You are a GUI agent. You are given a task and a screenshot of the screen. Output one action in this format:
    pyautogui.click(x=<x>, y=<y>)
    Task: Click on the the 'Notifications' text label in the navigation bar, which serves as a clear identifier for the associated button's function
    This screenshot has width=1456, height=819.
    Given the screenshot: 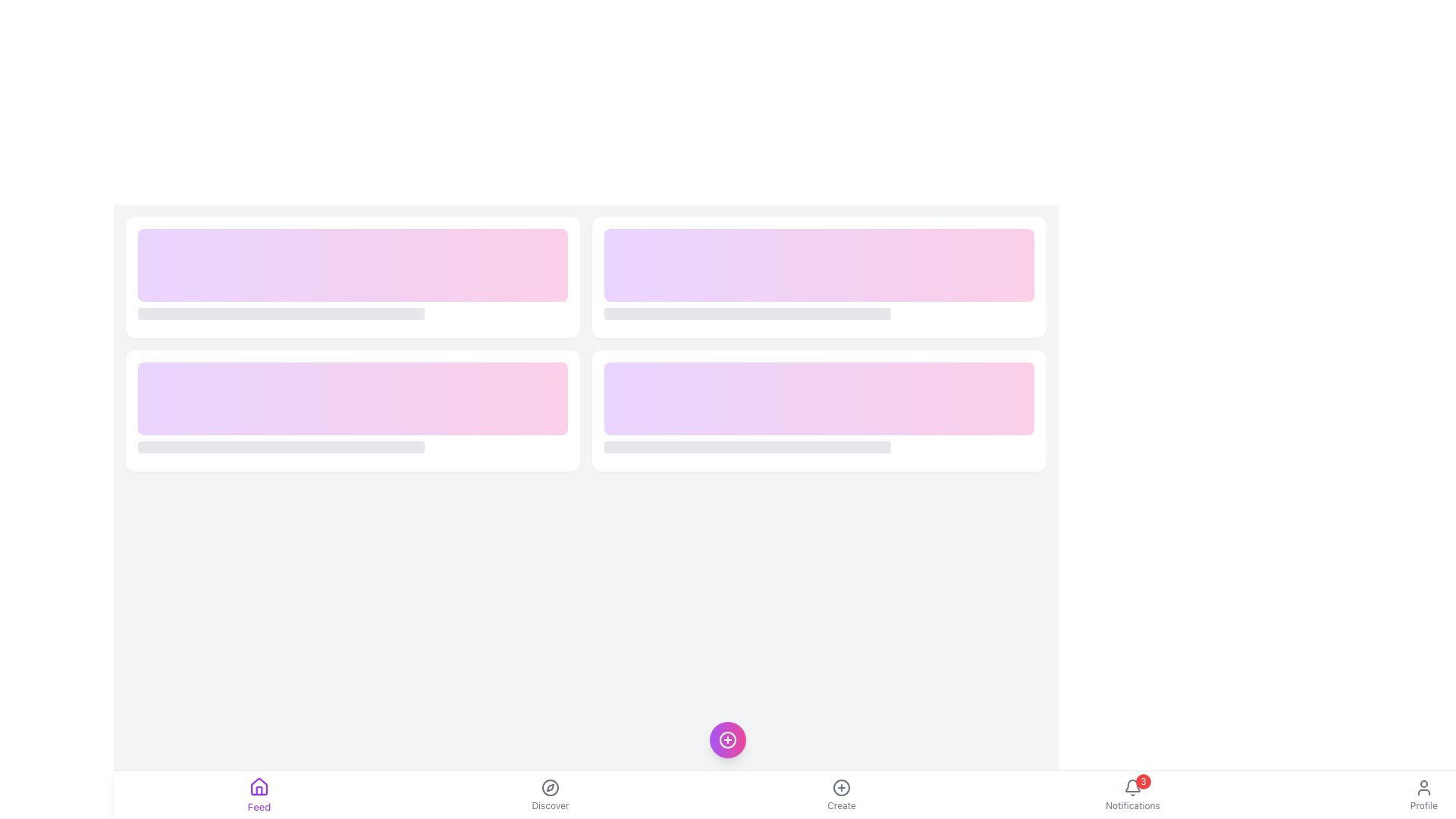 What is the action you would take?
    pyautogui.click(x=1132, y=805)
    